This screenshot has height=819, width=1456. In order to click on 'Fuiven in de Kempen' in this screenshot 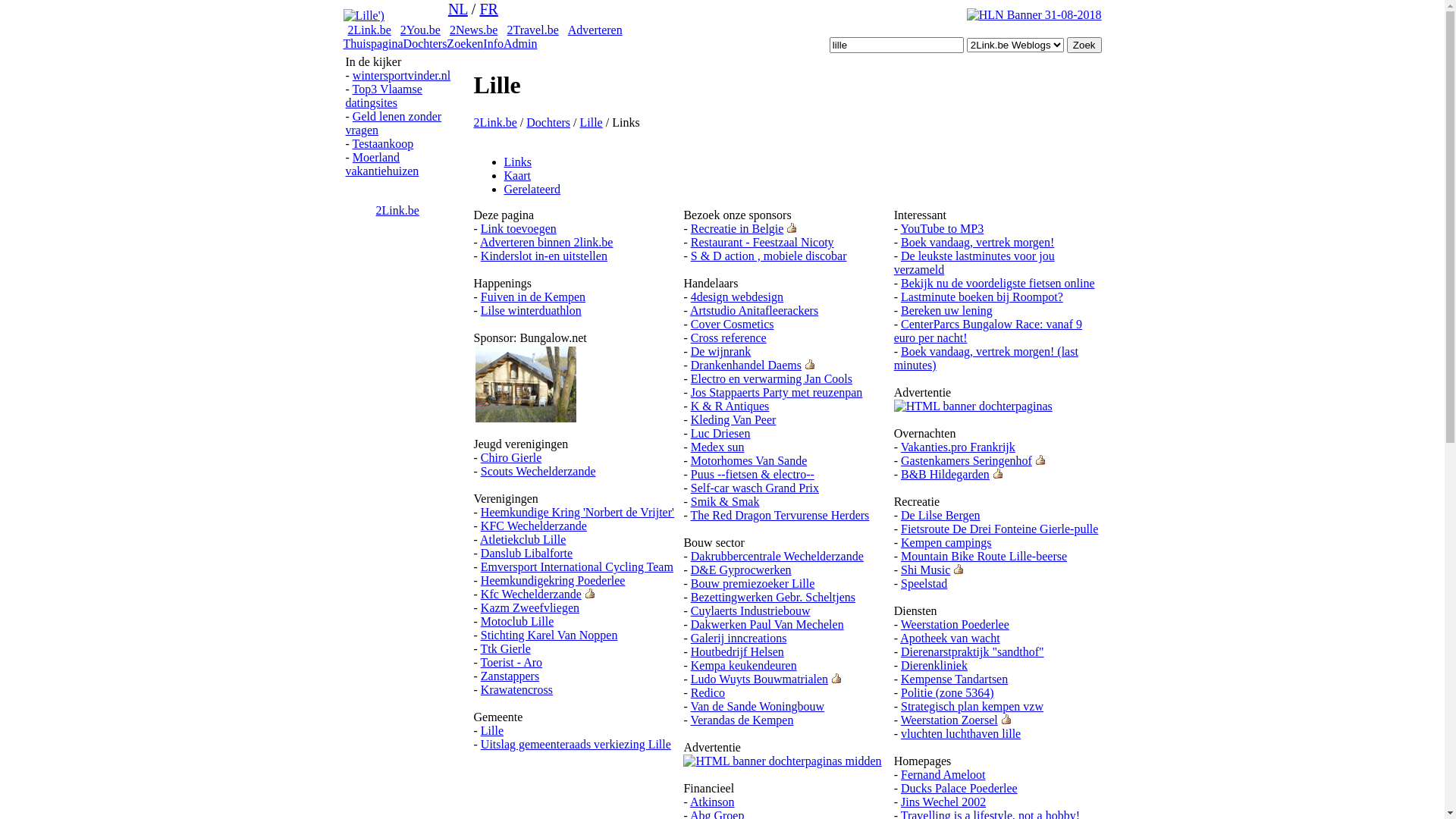, I will do `click(532, 297)`.